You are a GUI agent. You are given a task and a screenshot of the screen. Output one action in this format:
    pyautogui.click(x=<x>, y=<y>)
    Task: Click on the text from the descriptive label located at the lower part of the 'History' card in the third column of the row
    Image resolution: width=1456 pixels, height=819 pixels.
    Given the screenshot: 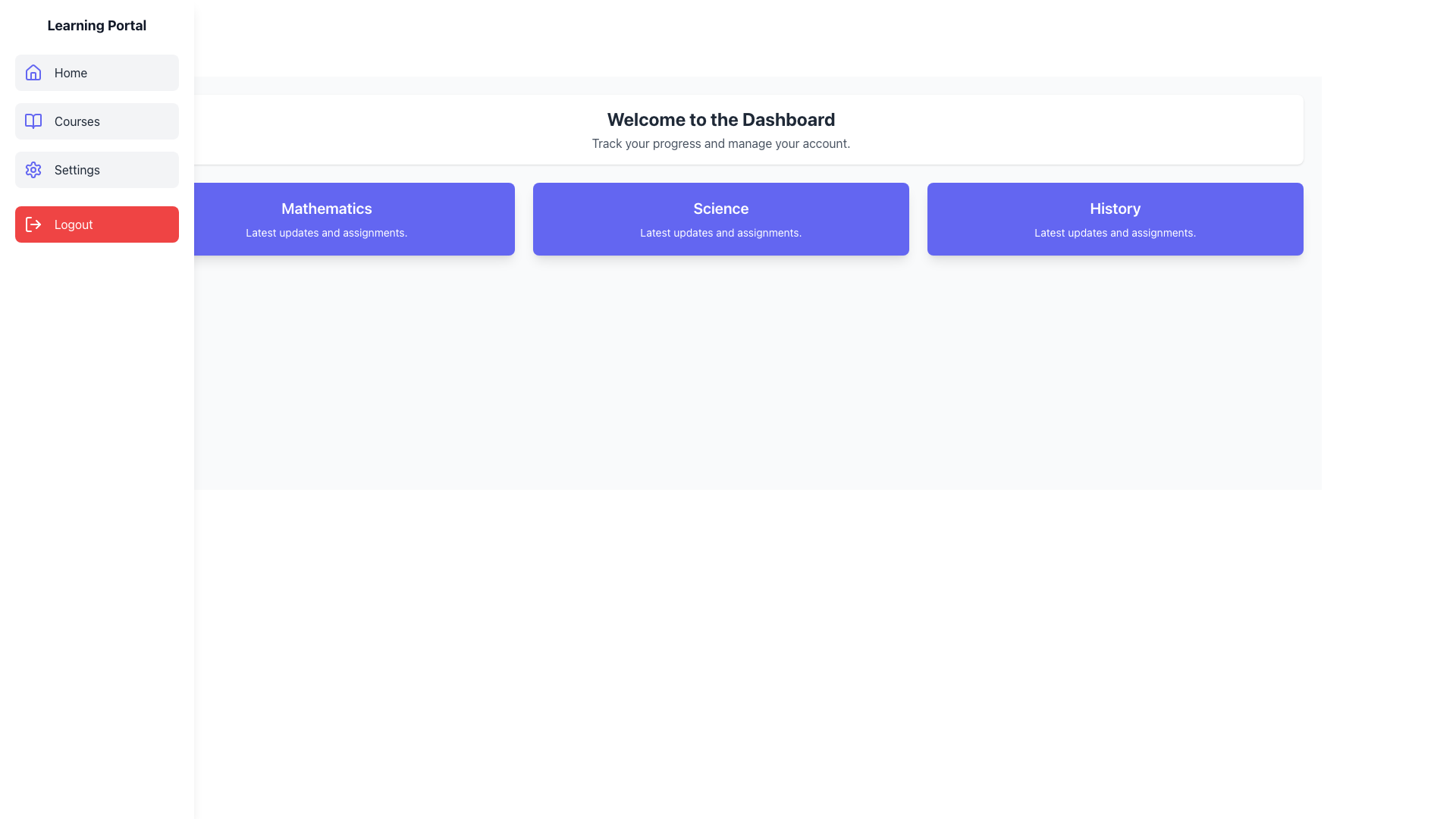 What is the action you would take?
    pyautogui.click(x=1115, y=233)
    